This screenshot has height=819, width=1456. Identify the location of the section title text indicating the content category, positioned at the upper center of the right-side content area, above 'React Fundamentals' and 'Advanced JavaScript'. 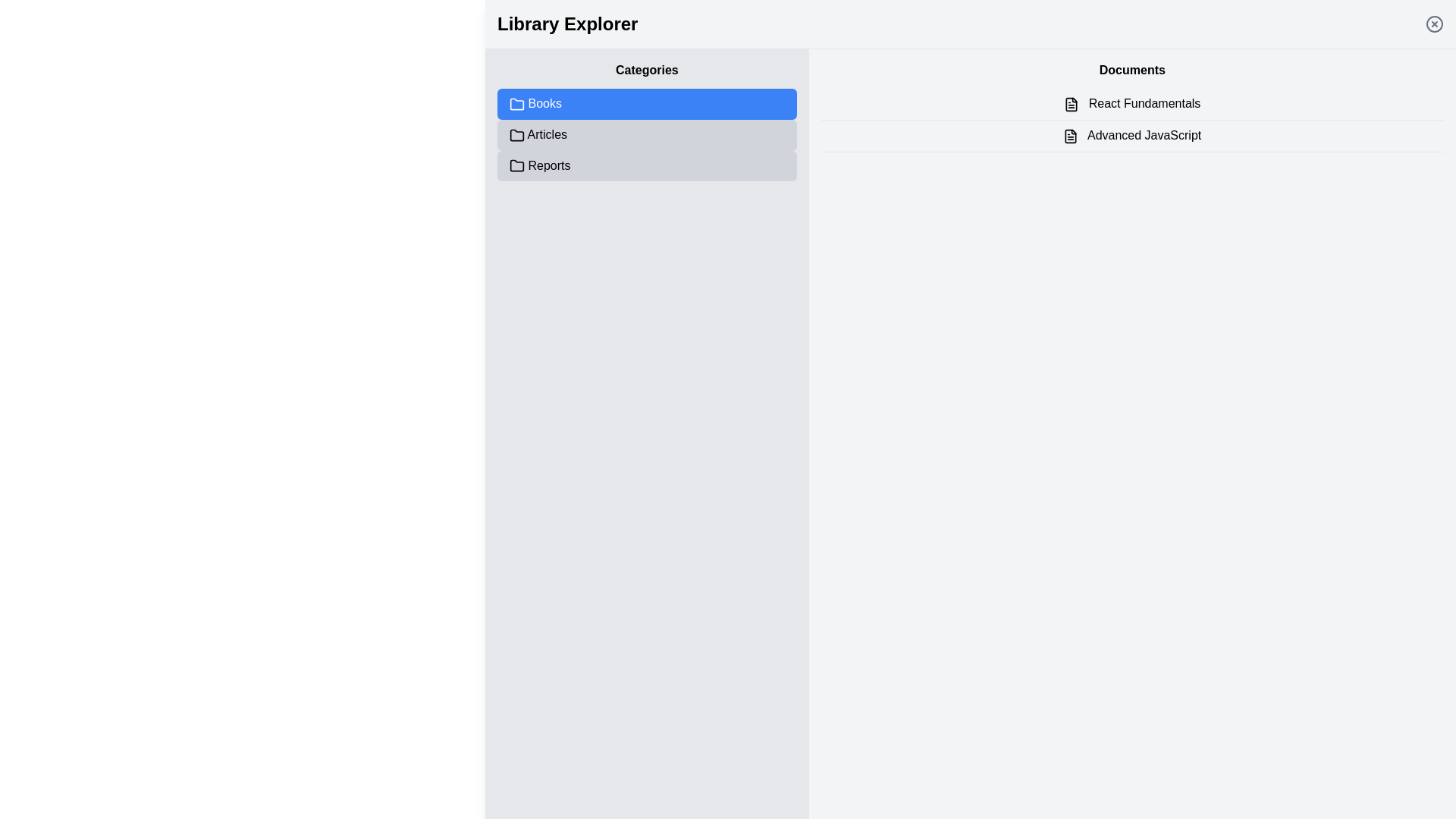
(1132, 70).